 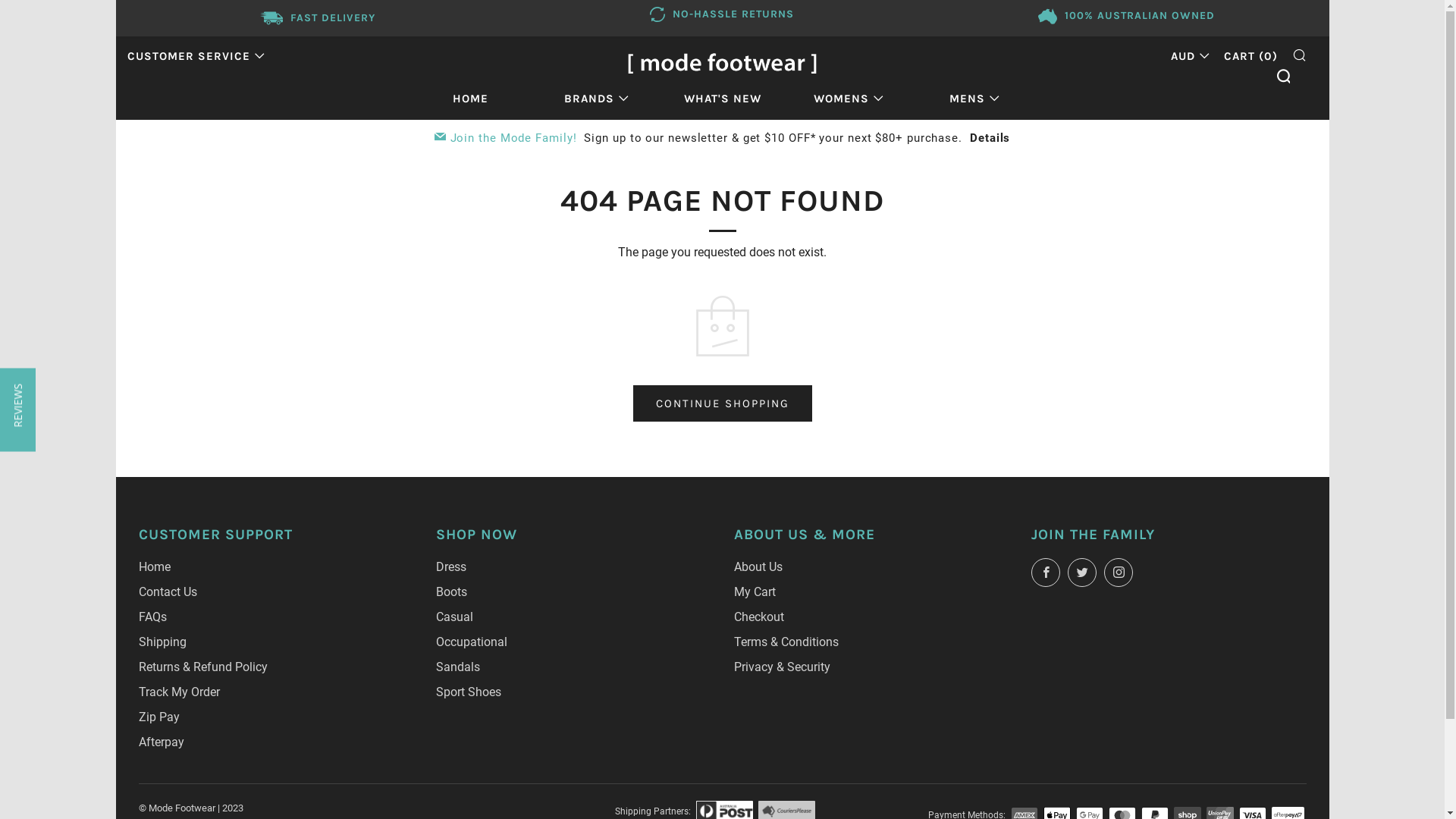 I want to click on 'Afterpay', so click(x=160, y=741).